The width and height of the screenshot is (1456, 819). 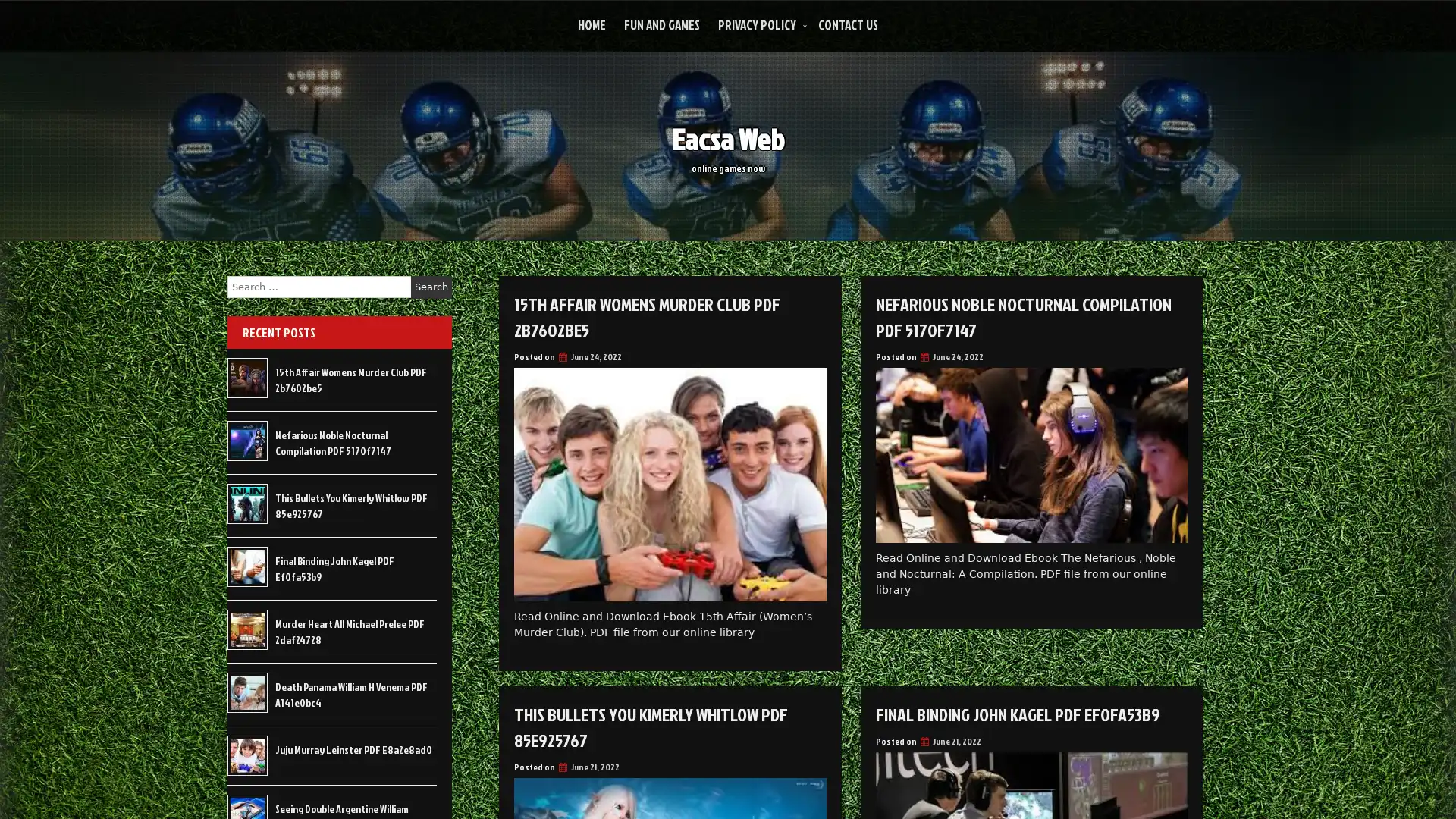 I want to click on Search, so click(x=431, y=287).